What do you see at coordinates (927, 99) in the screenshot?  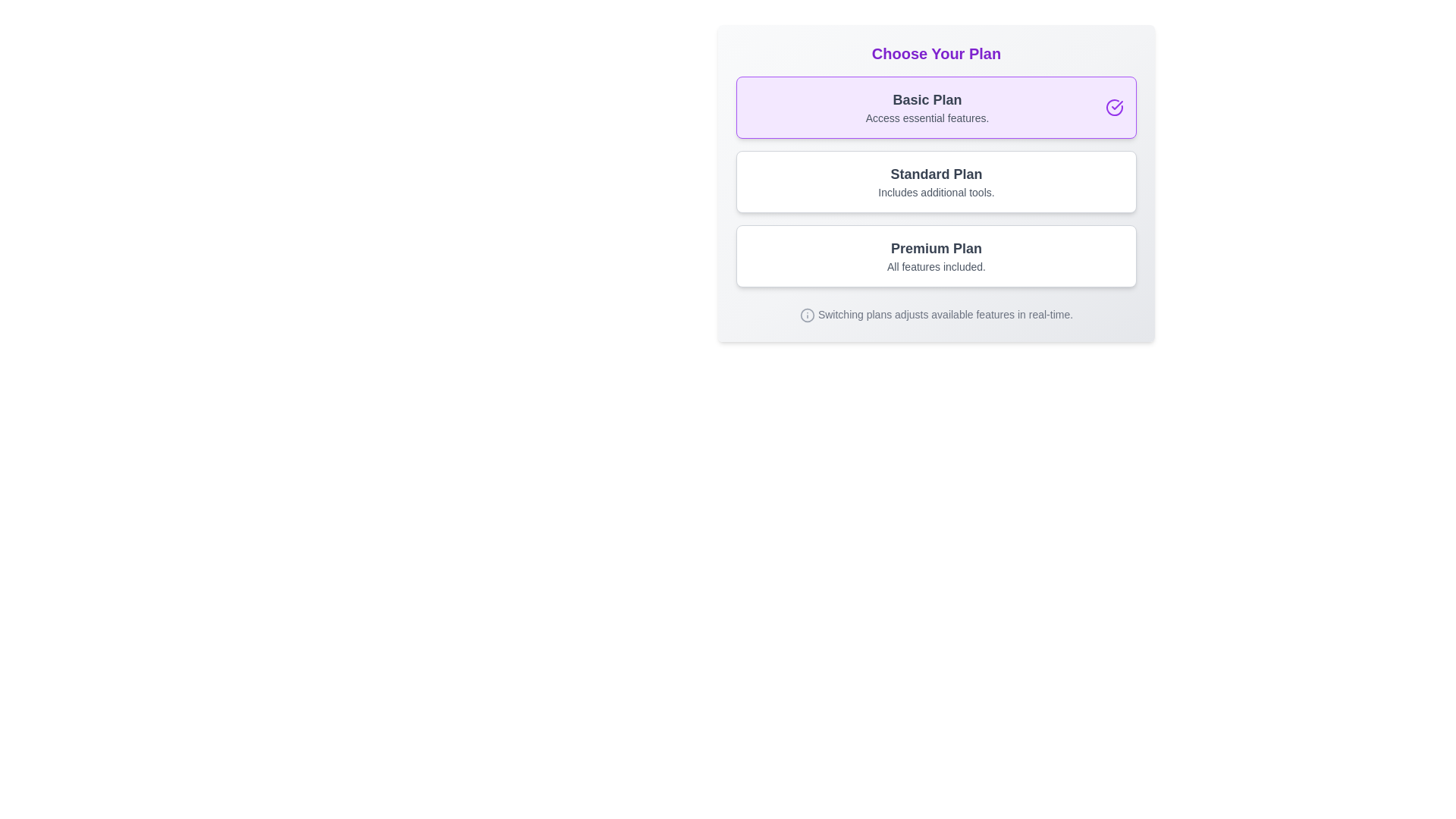 I see `the heading text element for the 'Basic Plan' card, which is positioned at the top of the card and distinguishes it from other plans` at bounding box center [927, 99].